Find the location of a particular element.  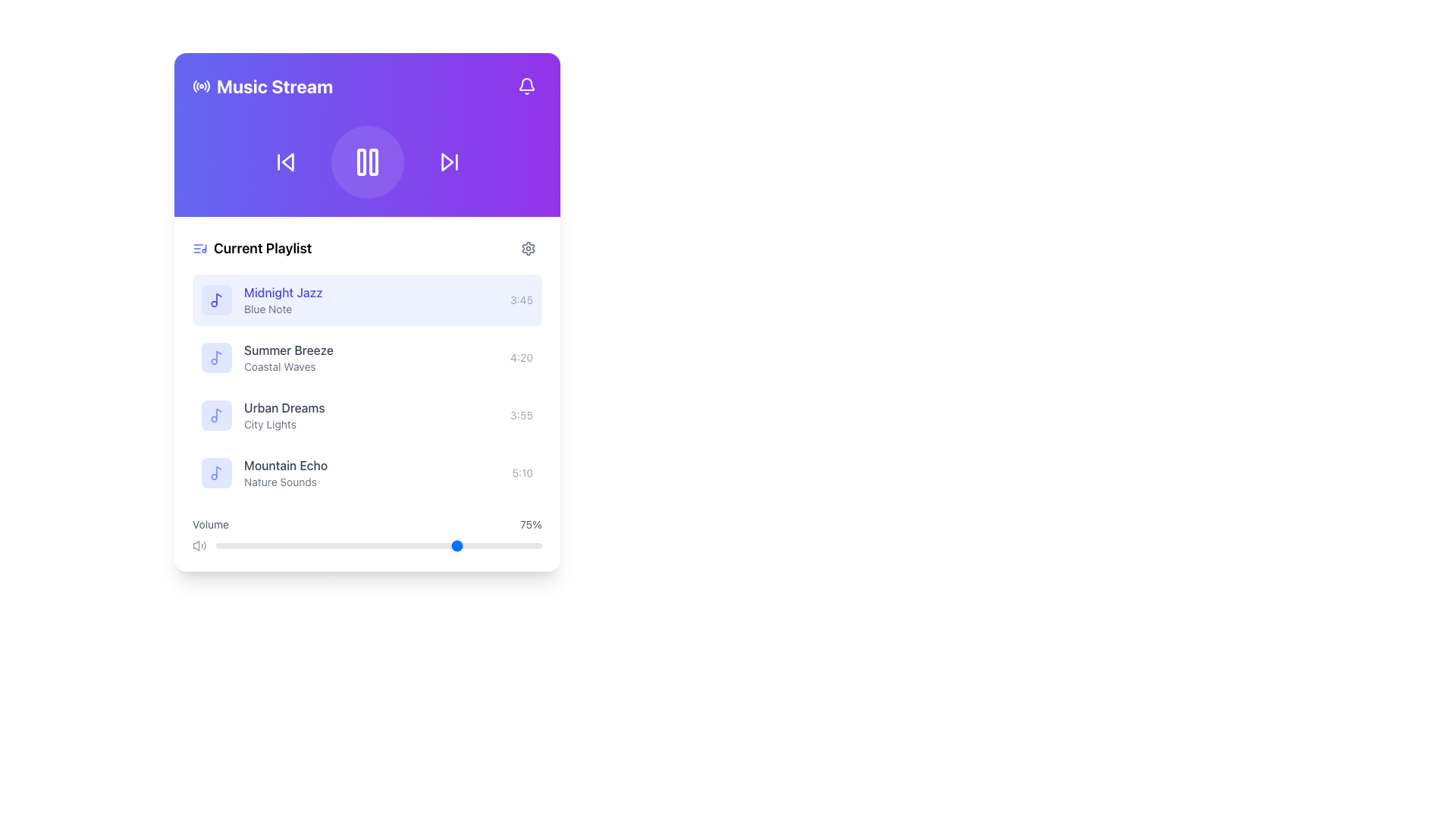

the 'Skip Forward' button located in the top-right area of the purple header section, which is to the right of the pause button and aligned with it is located at coordinates (448, 162).